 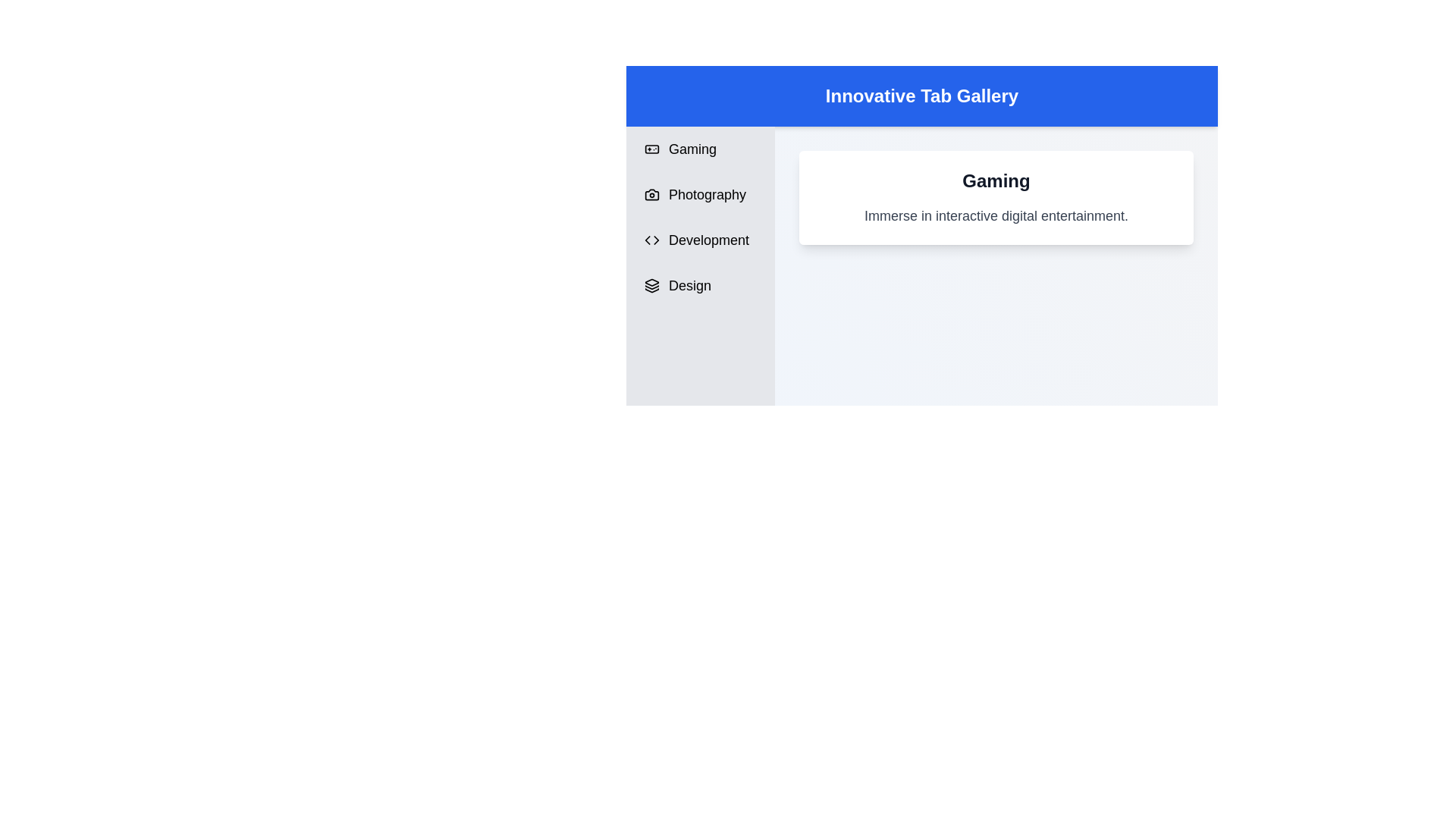 I want to click on the tab labeled Photography to switch content, so click(x=699, y=194).